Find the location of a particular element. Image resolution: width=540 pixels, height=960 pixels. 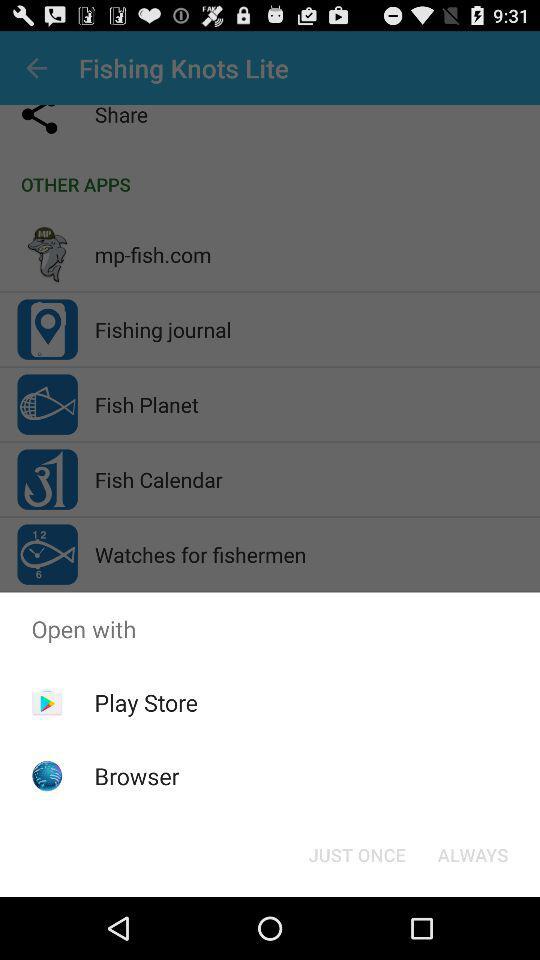

always button is located at coordinates (472, 853).